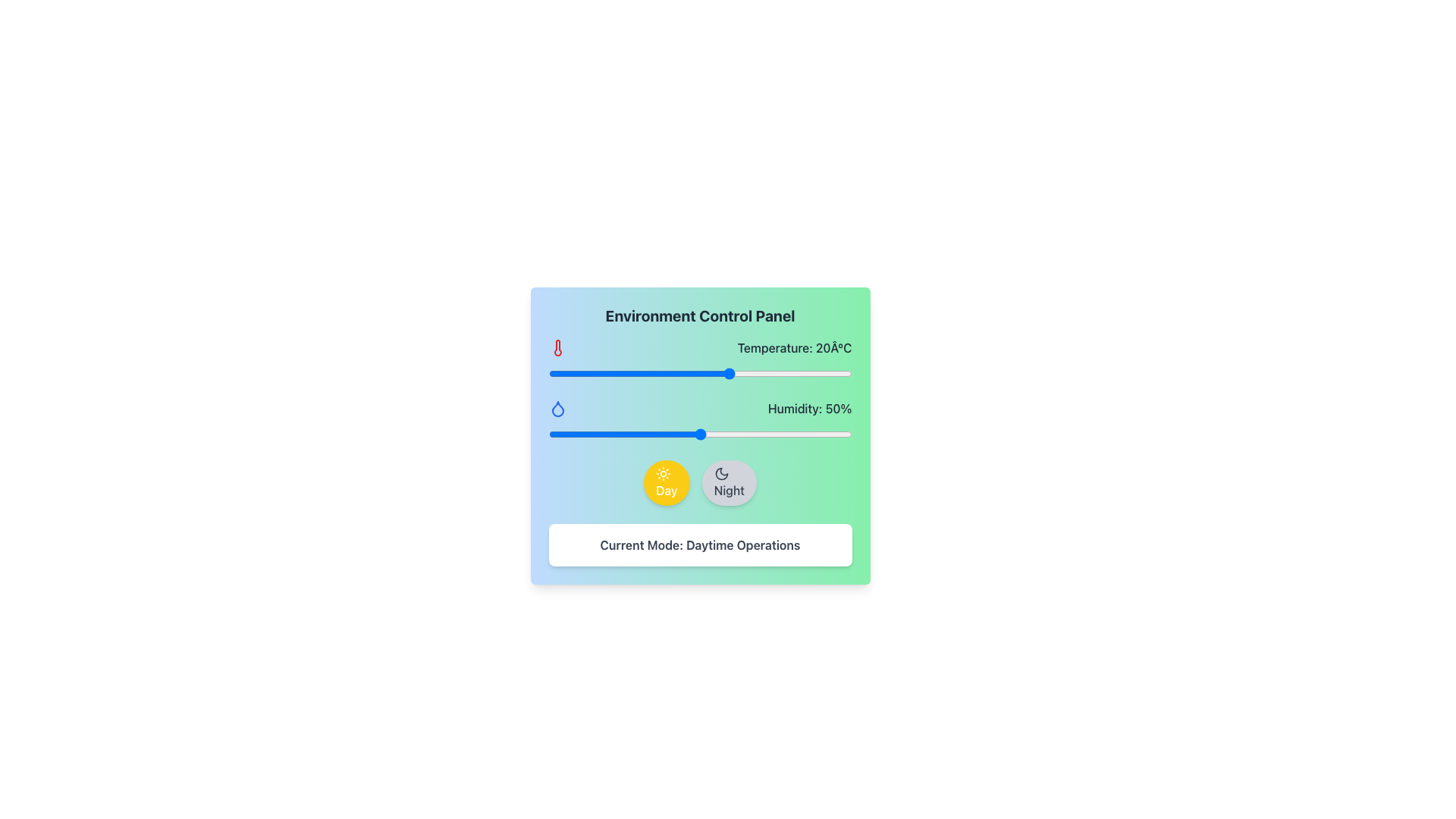  What do you see at coordinates (596, 374) in the screenshot?
I see `the temperature` at bounding box center [596, 374].